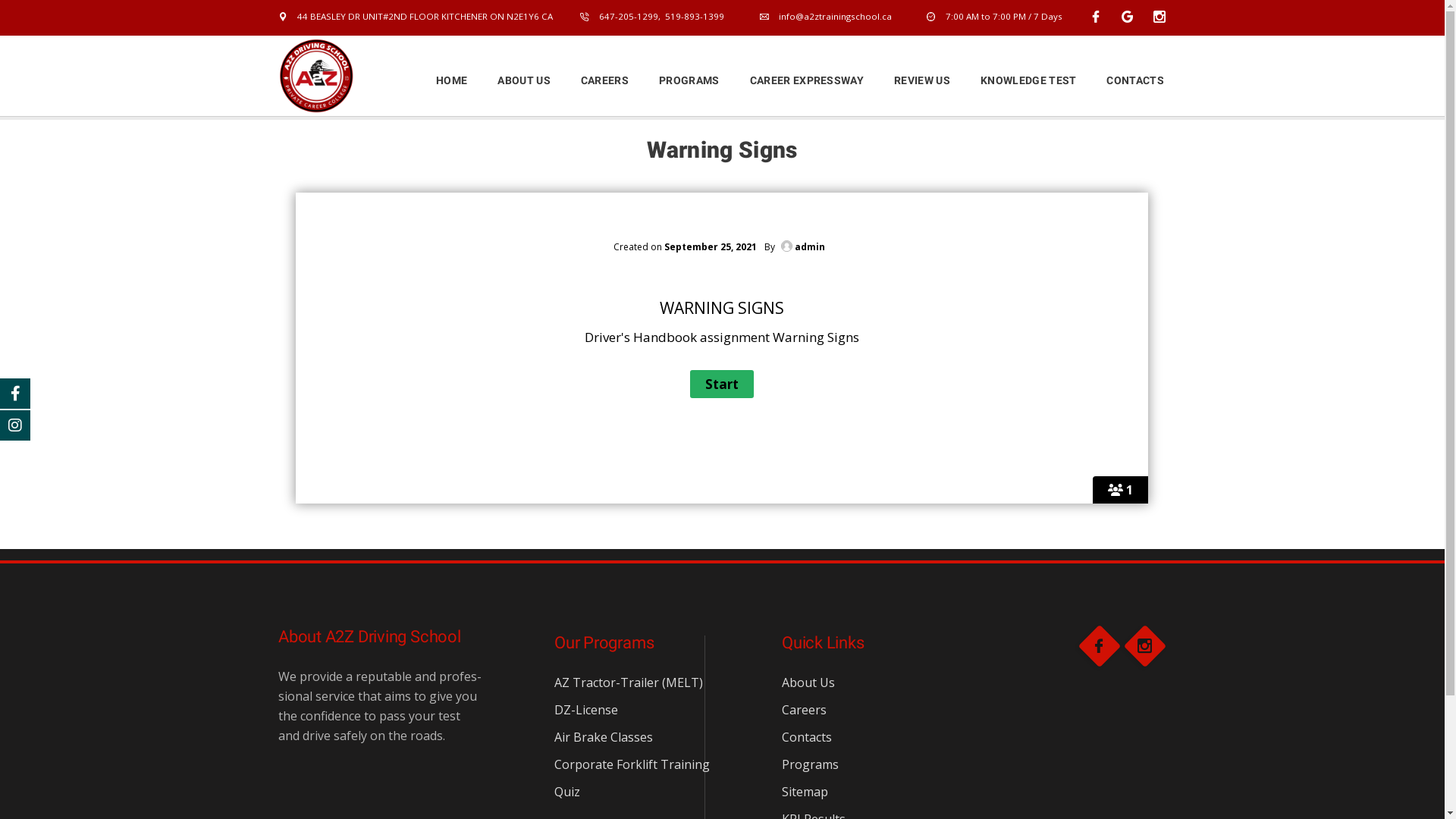  What do you see at coordinates (604, 80) in the screenshot?
I see `'CAREERS'` at bounding box center [604, 80].